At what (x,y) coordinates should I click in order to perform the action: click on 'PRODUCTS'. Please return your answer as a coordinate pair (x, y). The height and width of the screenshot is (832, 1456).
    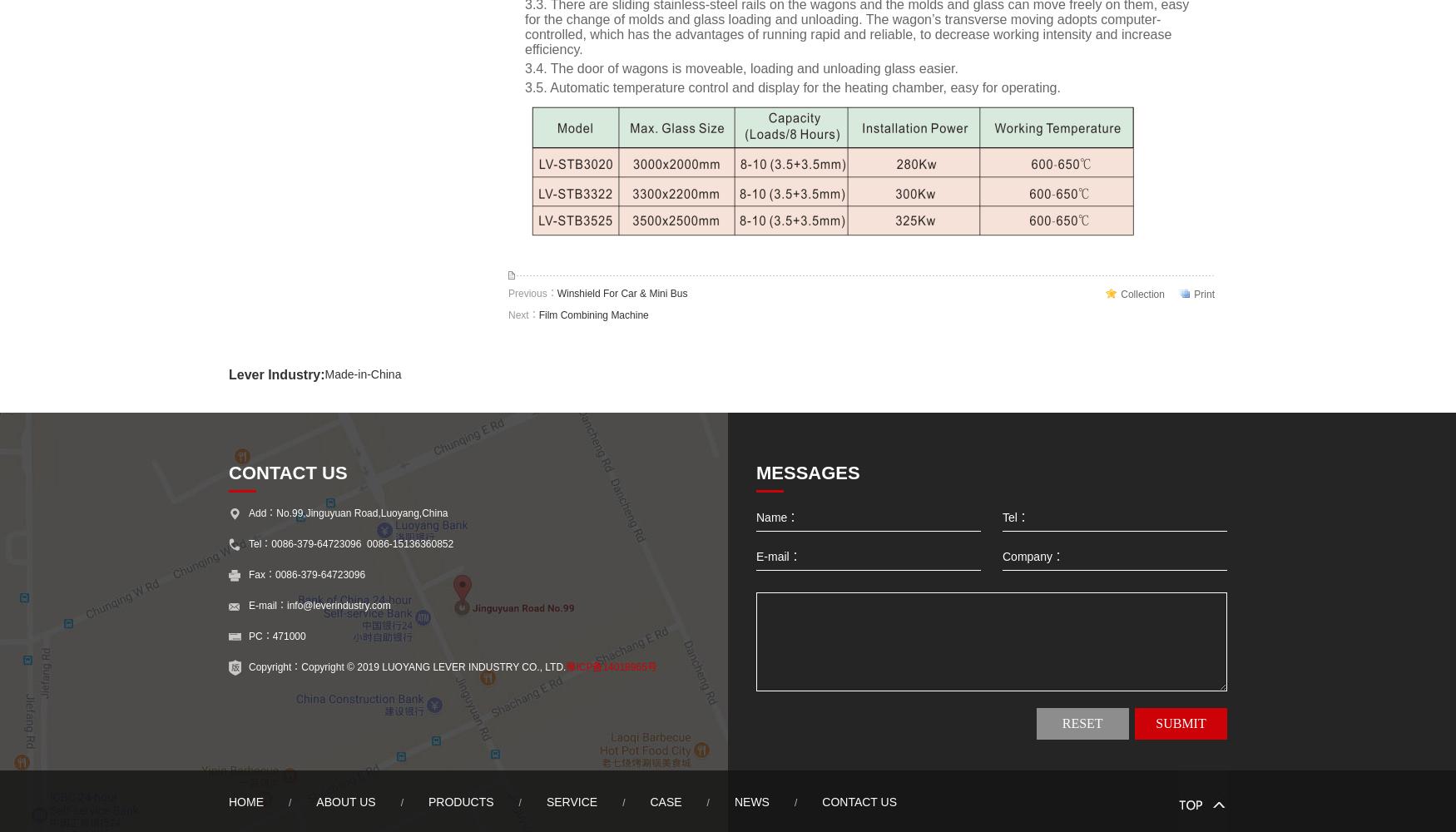
    Looking at the image, I should click on (460, 801).